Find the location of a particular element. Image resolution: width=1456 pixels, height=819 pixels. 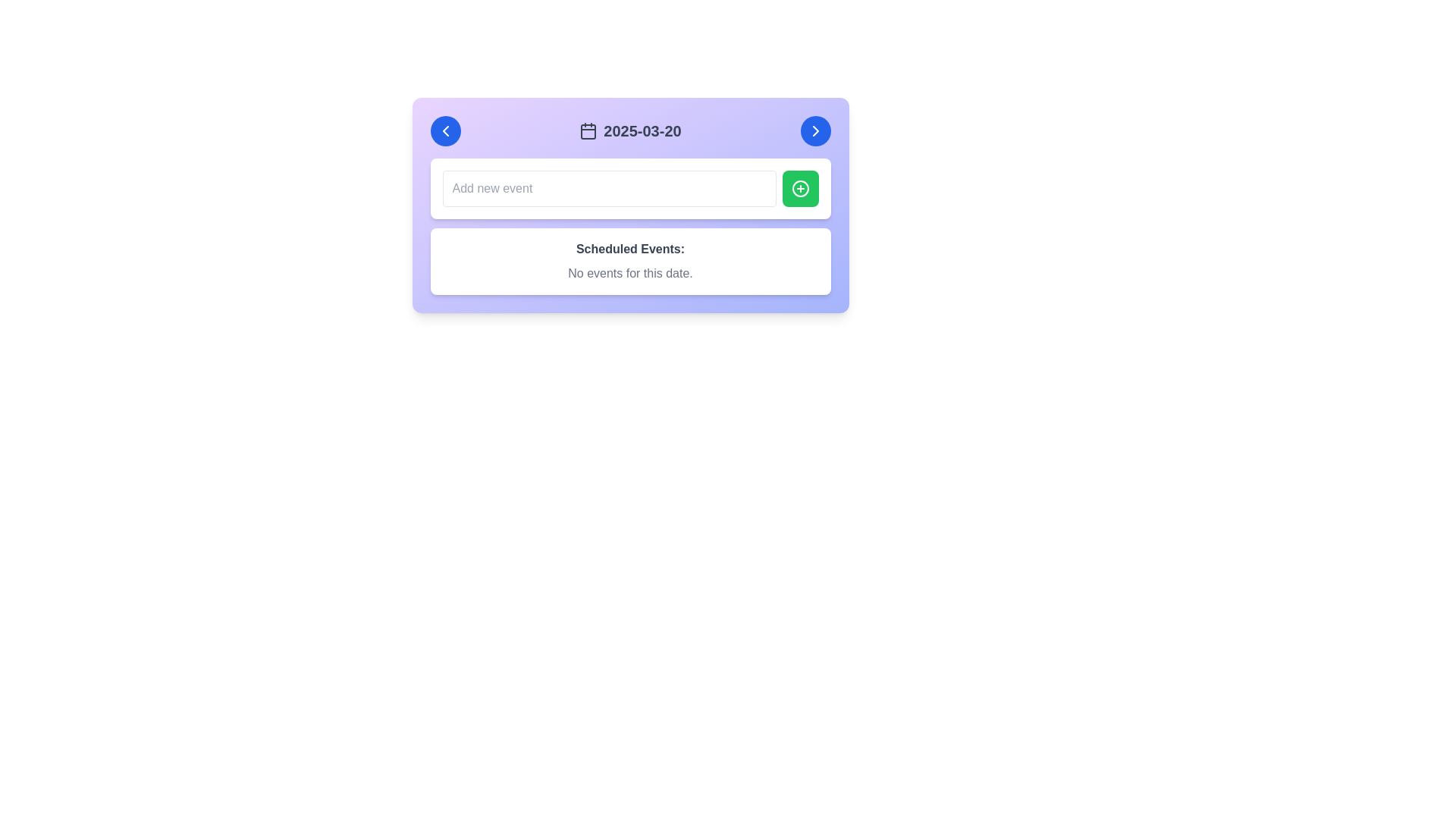

the rightward-pointing chevron arrow icon button, which is styled with rounded edges and placed within a blue circular button at the top-right corner of the card interface is located at coordinates (814, 130).